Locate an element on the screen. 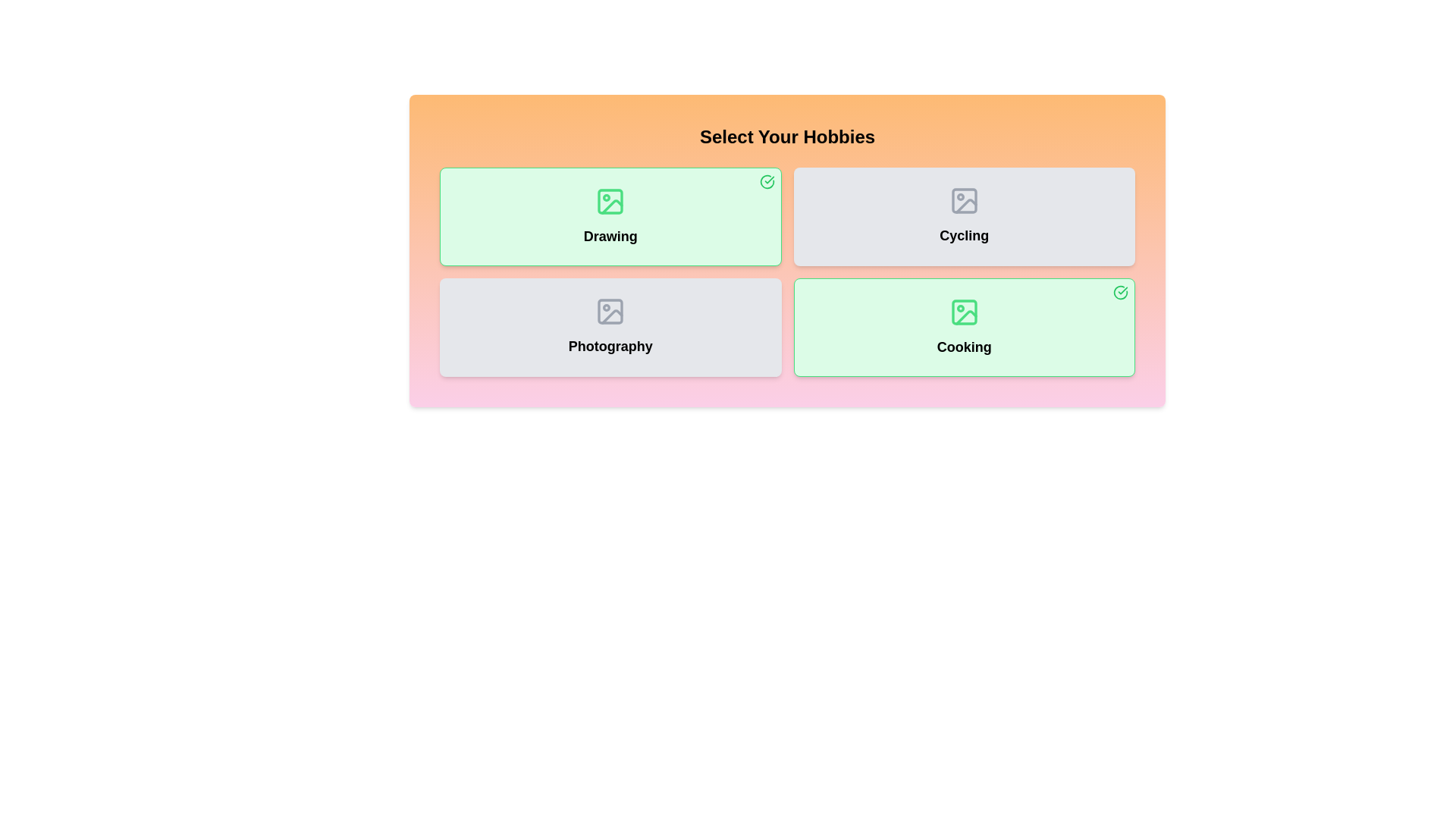 This screenshot has width=1456, height=819. the hobby Drawing by clicking on its card is located at coordinates (610, 216).